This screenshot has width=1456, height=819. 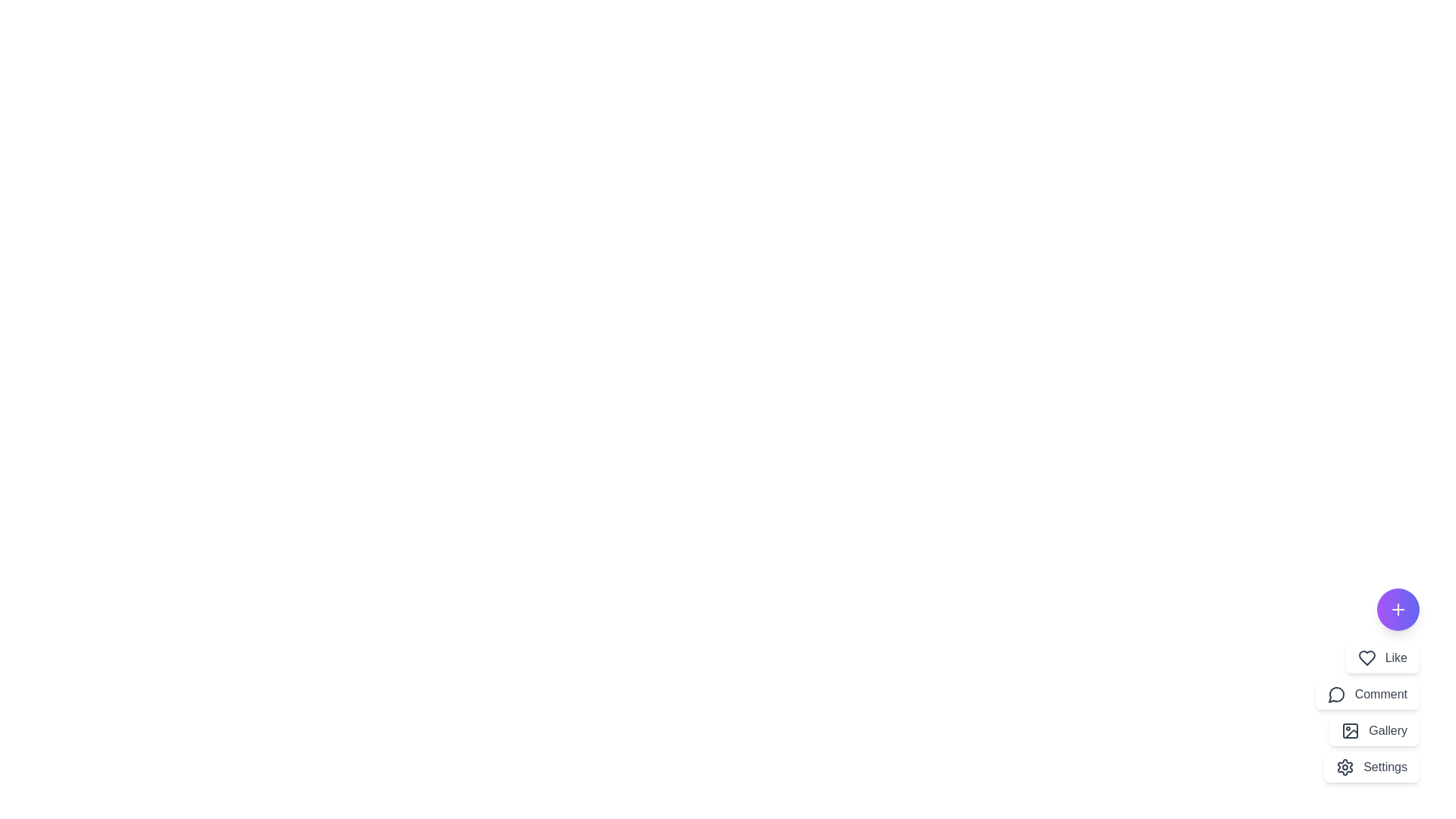 I want to click on the menu option Settings to activate it, so click(x=1372, y=767).